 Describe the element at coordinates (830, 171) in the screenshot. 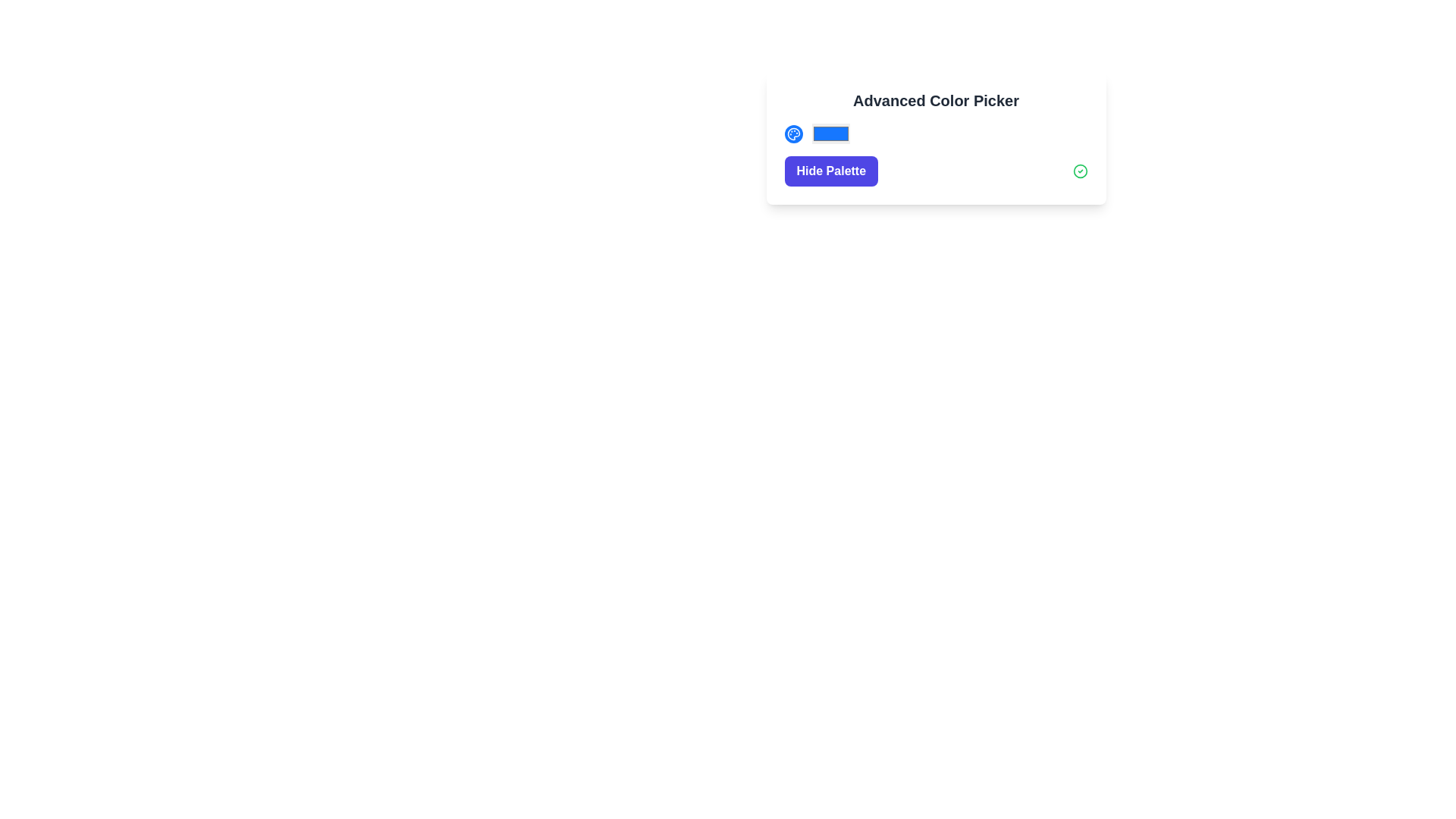

I see `the 'Hide Palette' button with a blue background and white text` at that location.